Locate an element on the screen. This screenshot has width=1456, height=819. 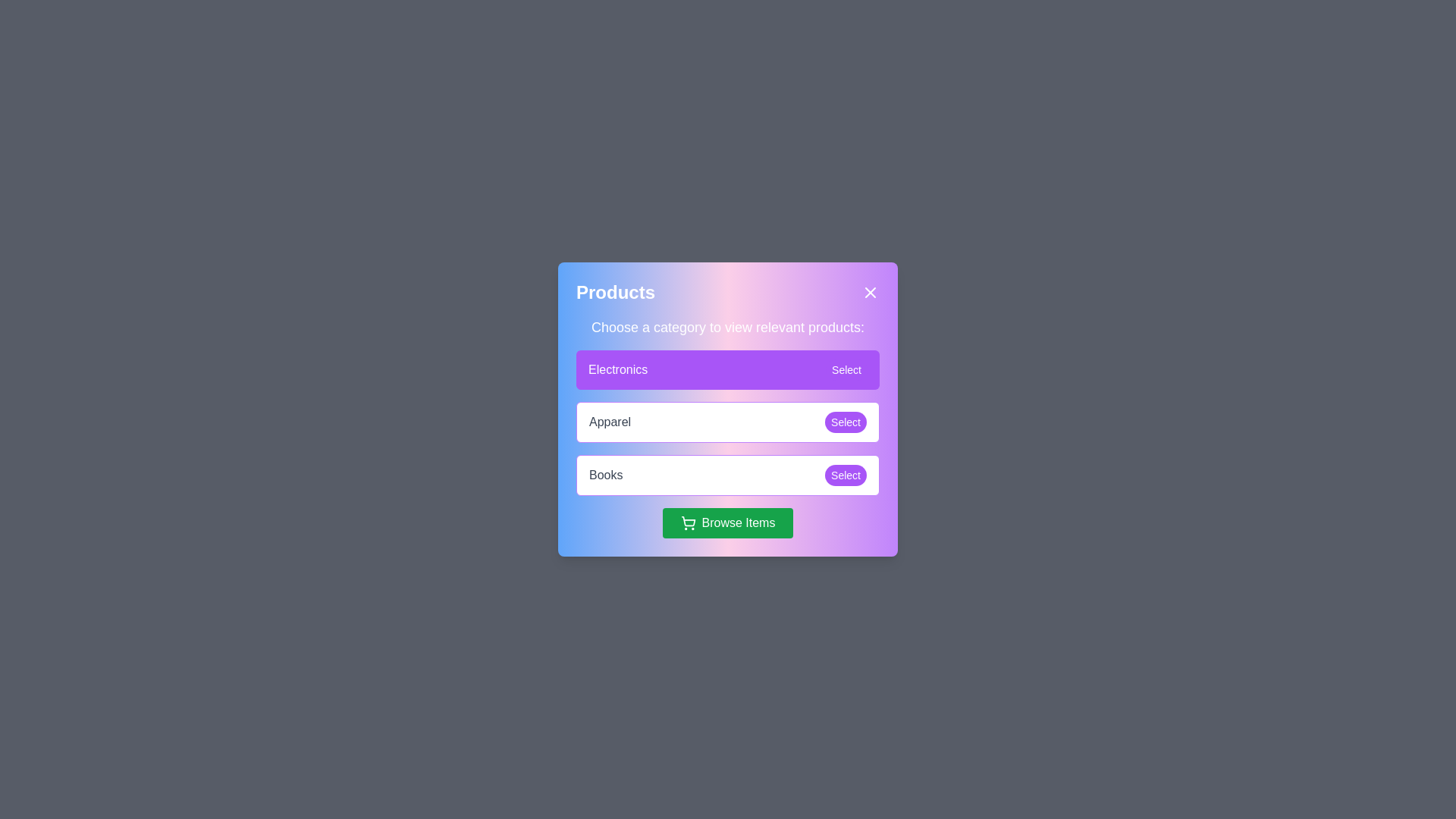
'Select' button next to 'Apparel' to select the category is located at coordinates (844, 422).